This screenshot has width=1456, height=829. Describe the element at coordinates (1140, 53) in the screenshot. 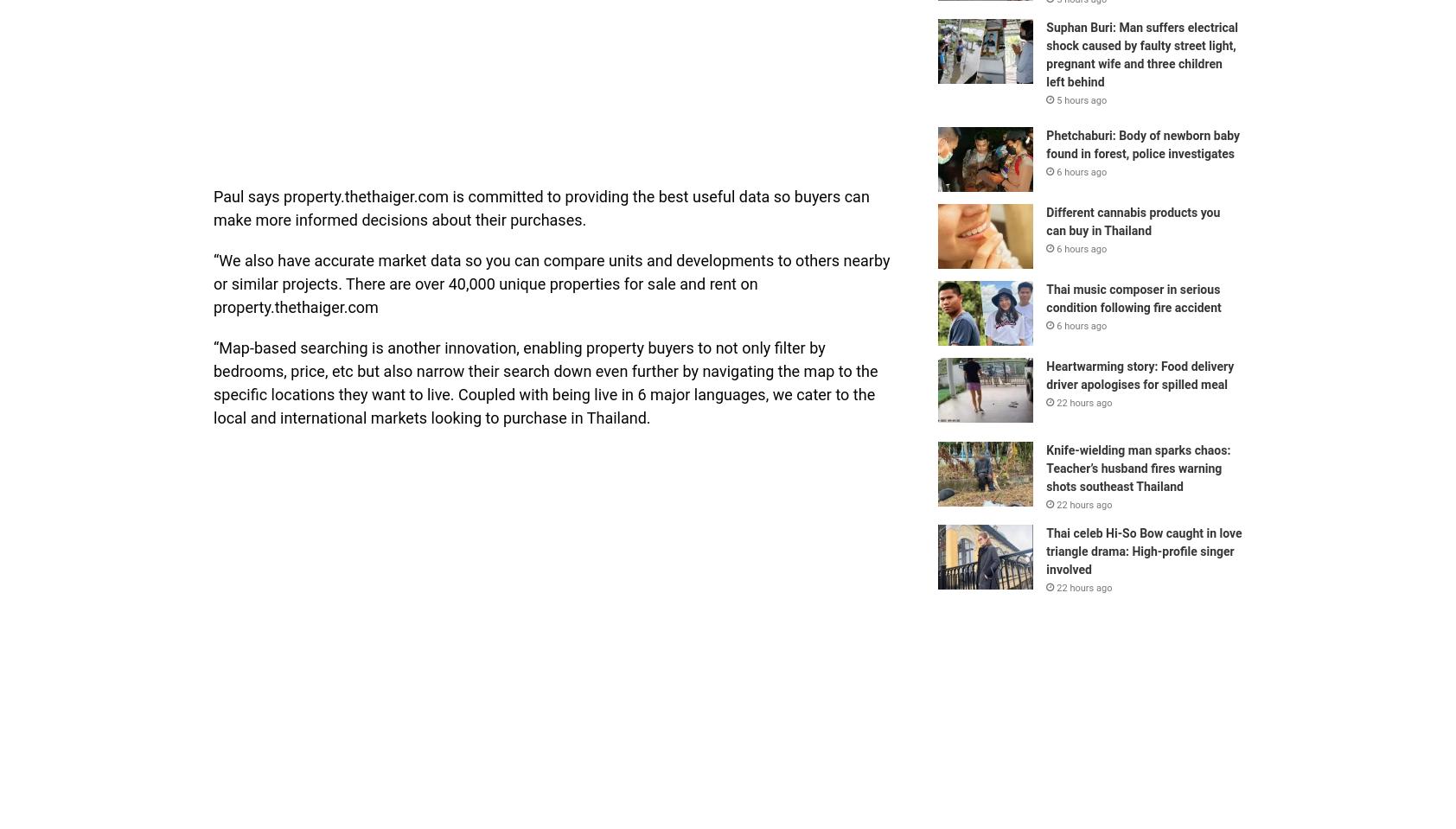

I see `'Suphan Buri: Man suffers electrical shock caused by faulty street light, pregnant wife and three children left behind'` at that location.